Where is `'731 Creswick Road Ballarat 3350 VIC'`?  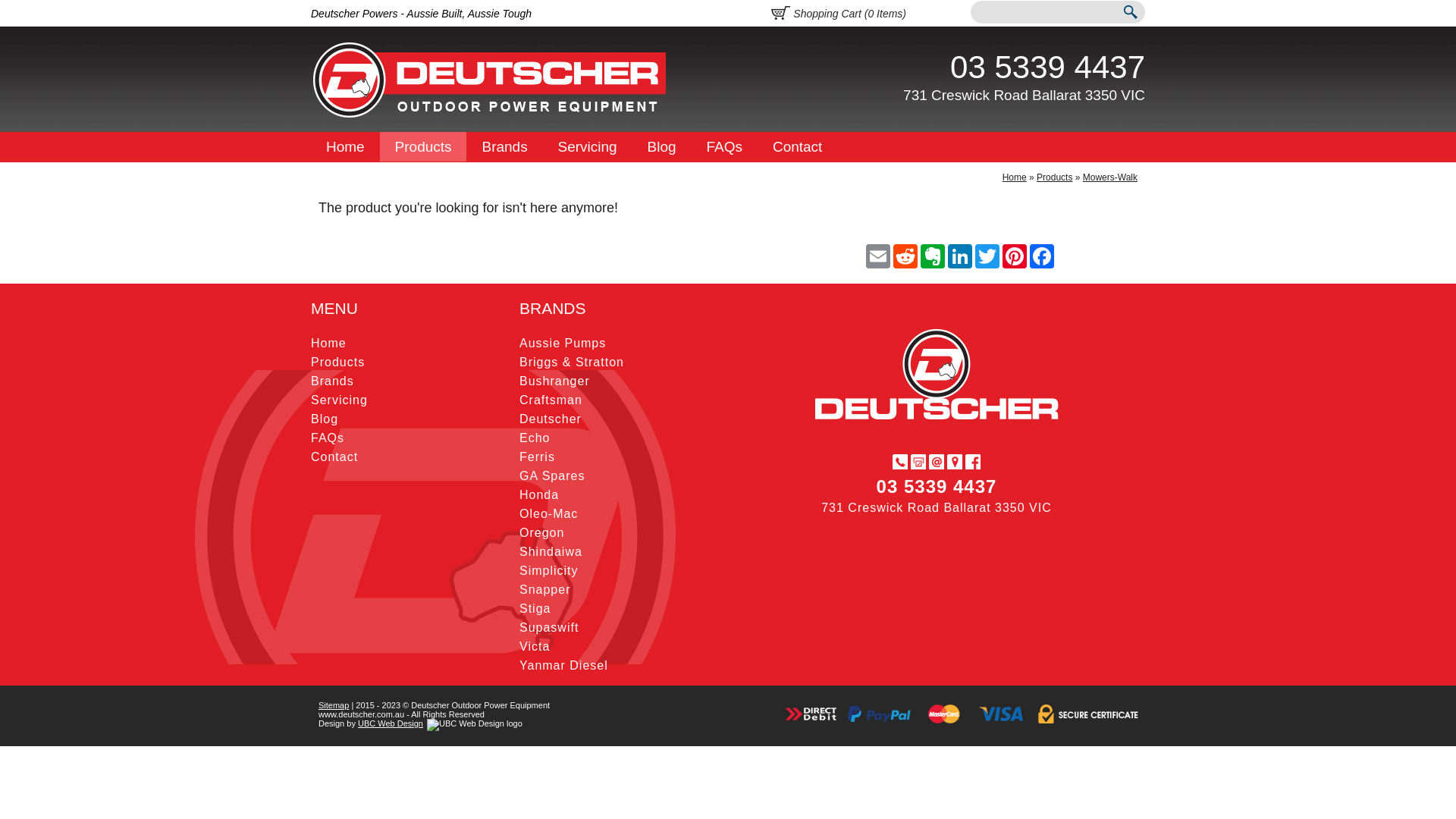
'731 Creswick Road Ballarat 3350 VIC' is located at coordinates (1024, 95).